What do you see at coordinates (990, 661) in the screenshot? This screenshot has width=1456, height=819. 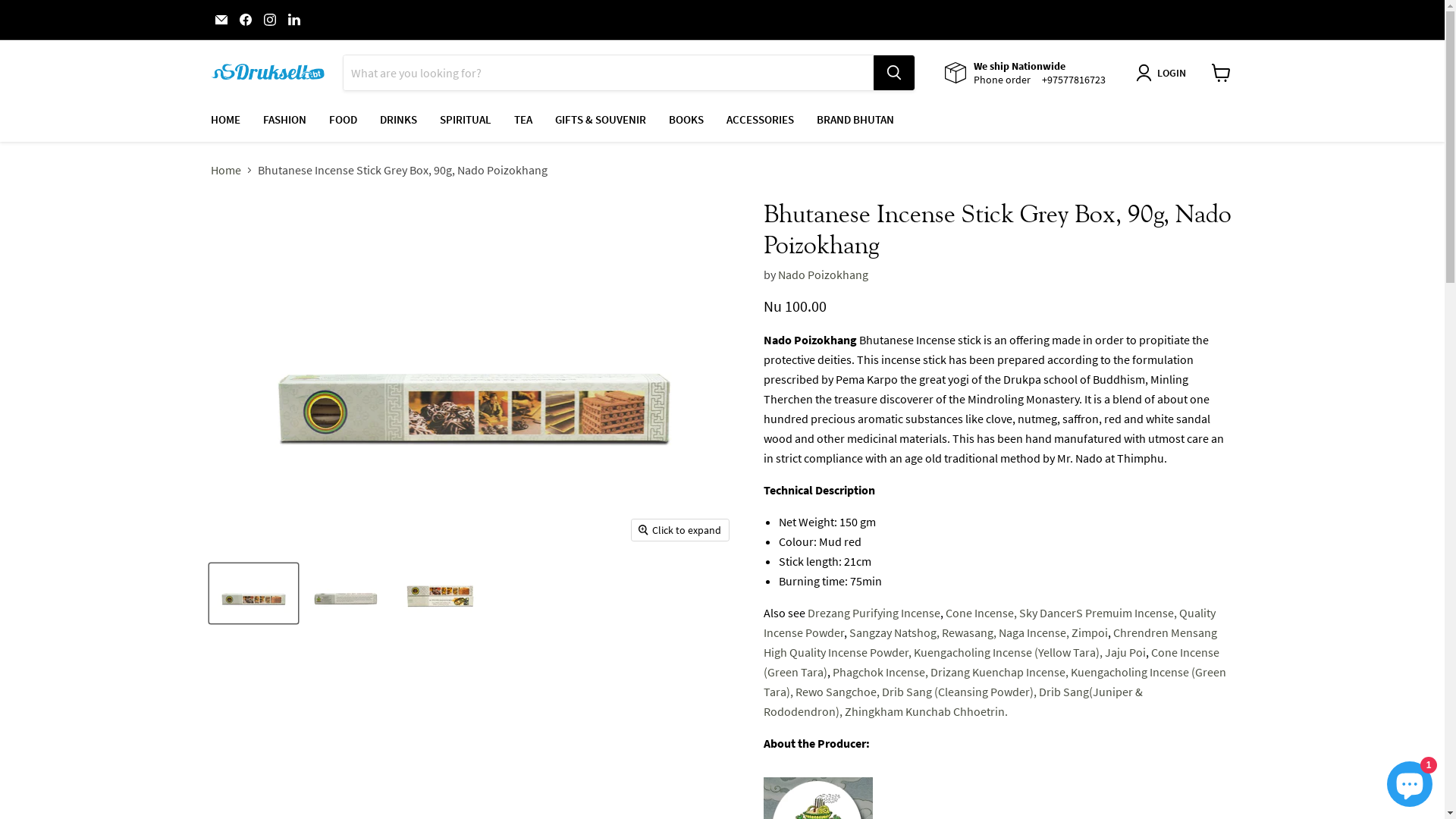 I see `'Cone Incense (Green Tara)'` at bounding box center [990, 661].